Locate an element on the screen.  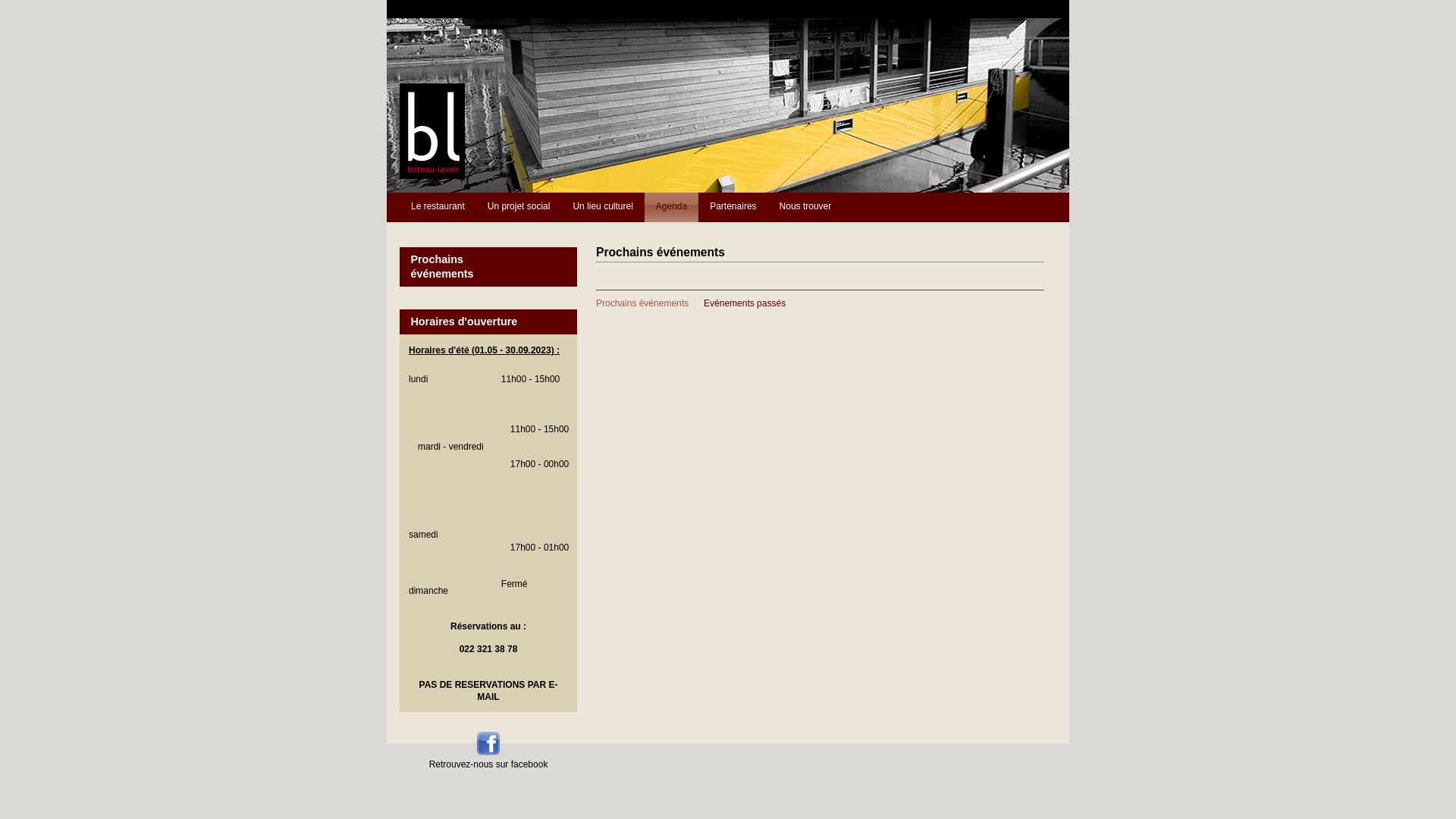
'Agenda' is located at coordinates (670, 207).